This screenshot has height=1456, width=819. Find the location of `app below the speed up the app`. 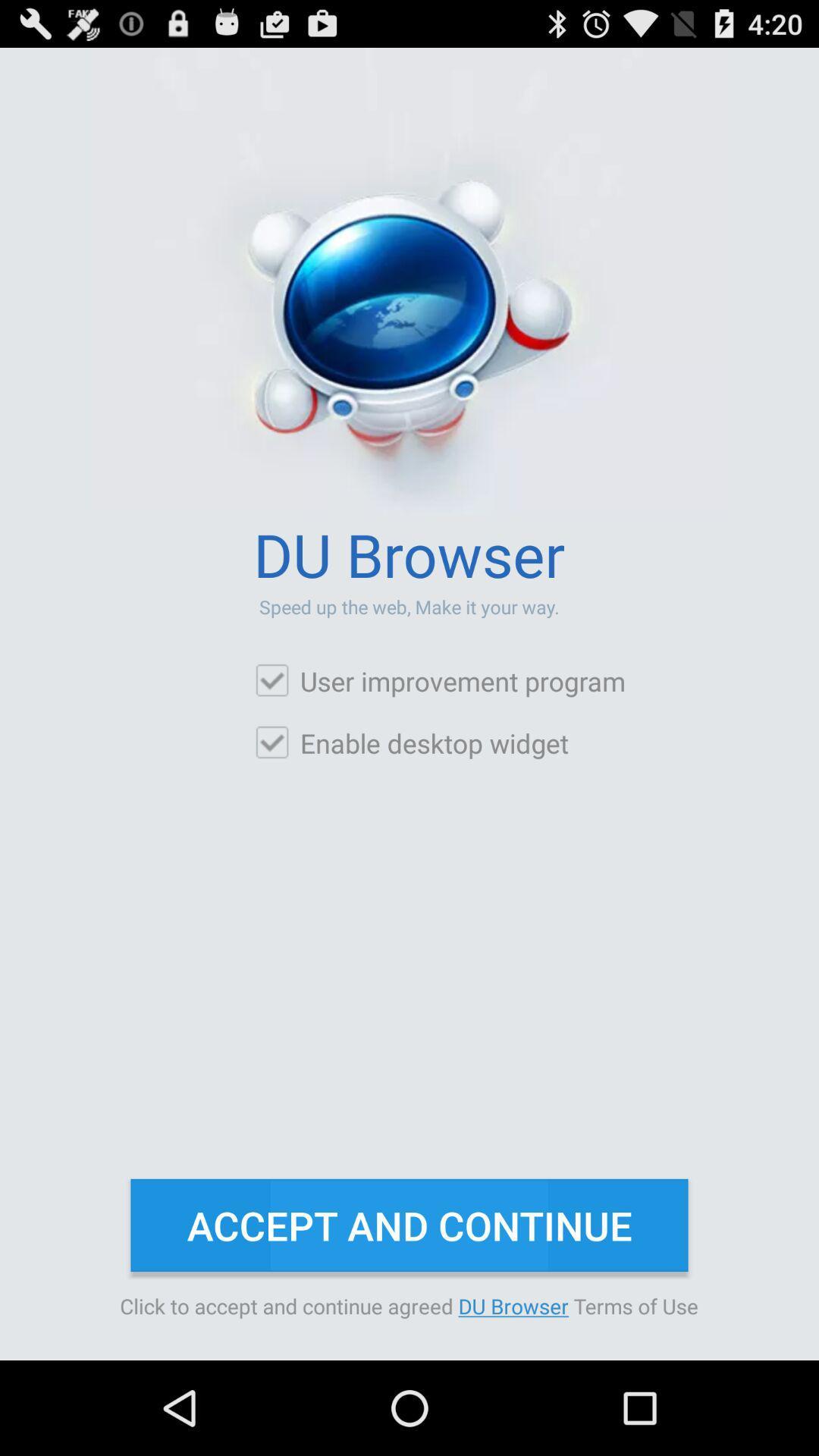

app below the speed up the app is located at coordinates (439, 680).